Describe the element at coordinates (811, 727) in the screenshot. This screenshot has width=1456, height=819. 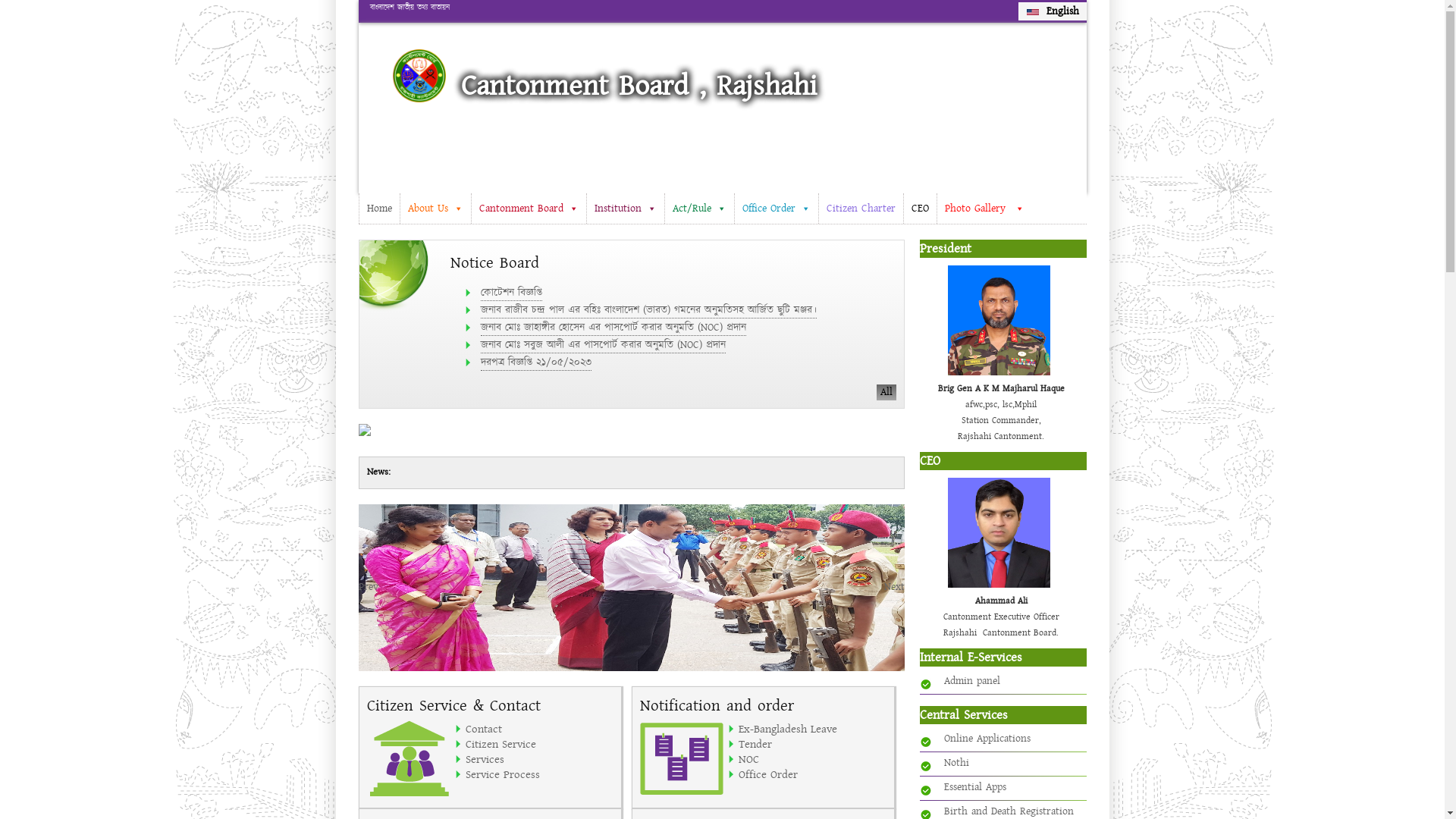
I see `'Ex-Bangladesh Leave'` at that location.